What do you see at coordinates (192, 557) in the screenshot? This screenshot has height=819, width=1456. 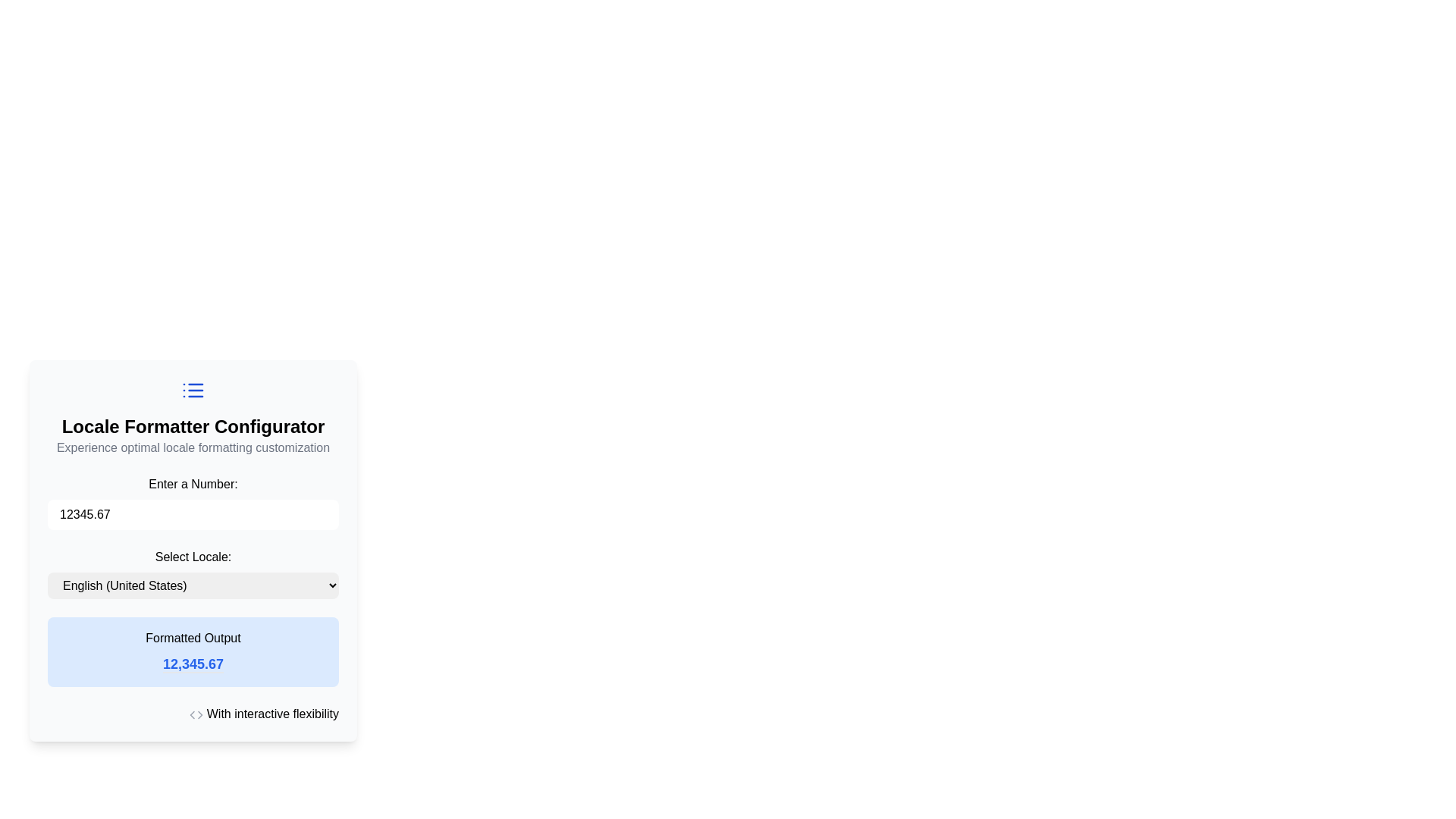 I see `text label that informs the user about the purpose of the dropdown menu for locale selection, located above the dropdown and below the input field for entering a number` at bounding box center [192, 557].